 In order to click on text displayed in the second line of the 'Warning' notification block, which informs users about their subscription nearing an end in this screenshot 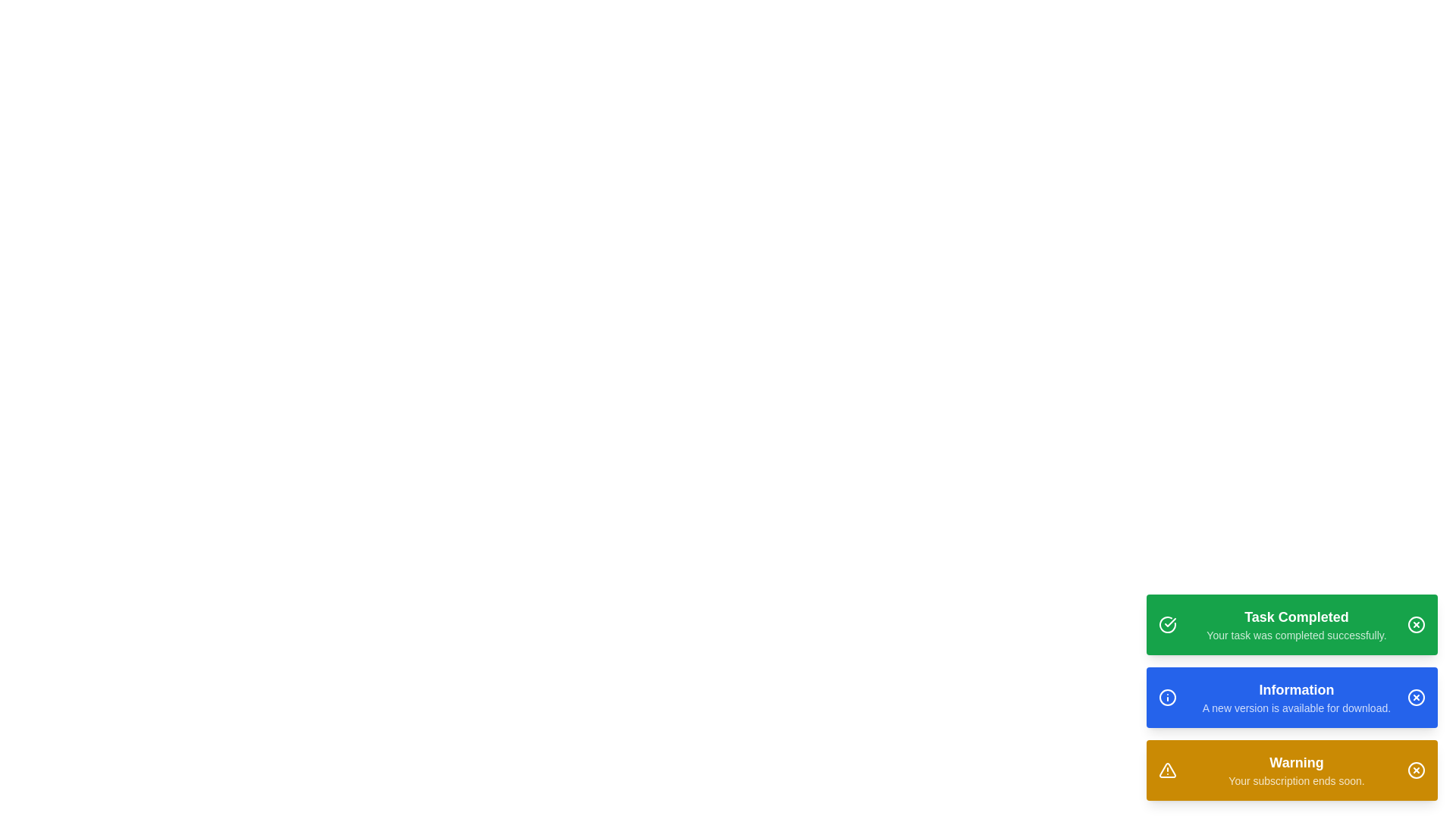, I will do `click(1295, 780)`.